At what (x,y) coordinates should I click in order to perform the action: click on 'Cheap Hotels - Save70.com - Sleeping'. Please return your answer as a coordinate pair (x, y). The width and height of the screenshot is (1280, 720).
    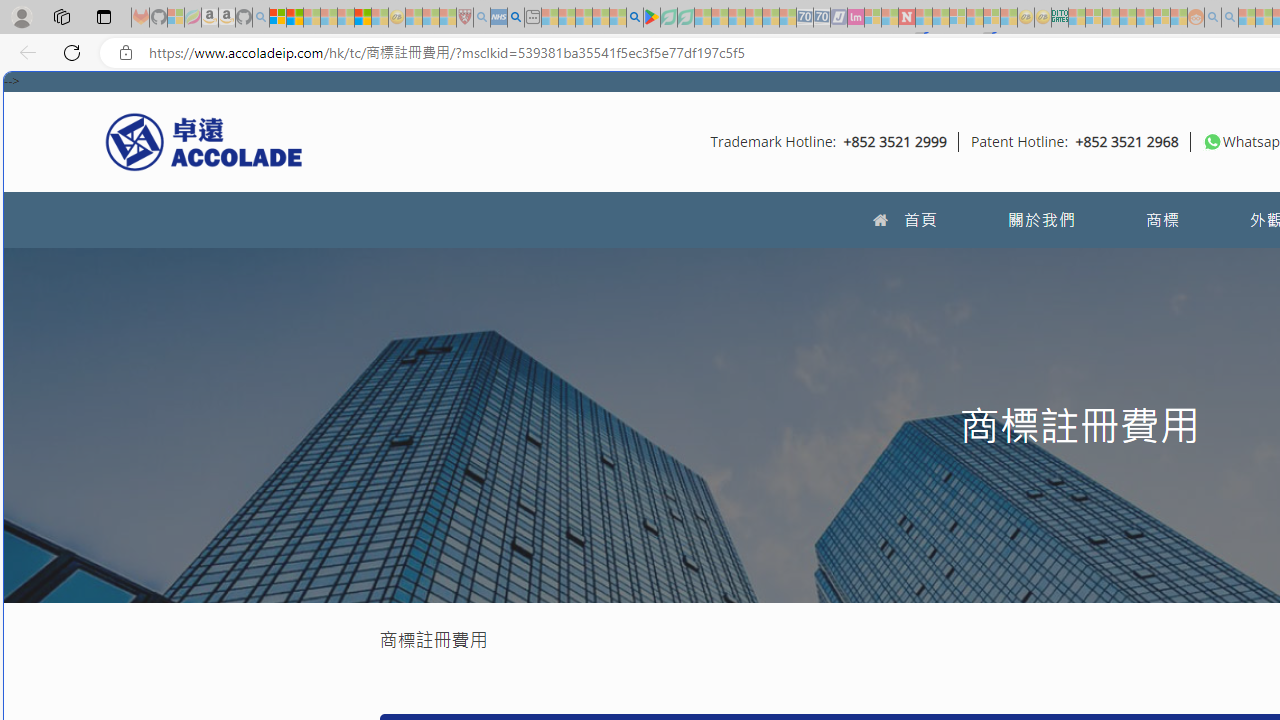
    Looking at the image, I should click on (821, 17).